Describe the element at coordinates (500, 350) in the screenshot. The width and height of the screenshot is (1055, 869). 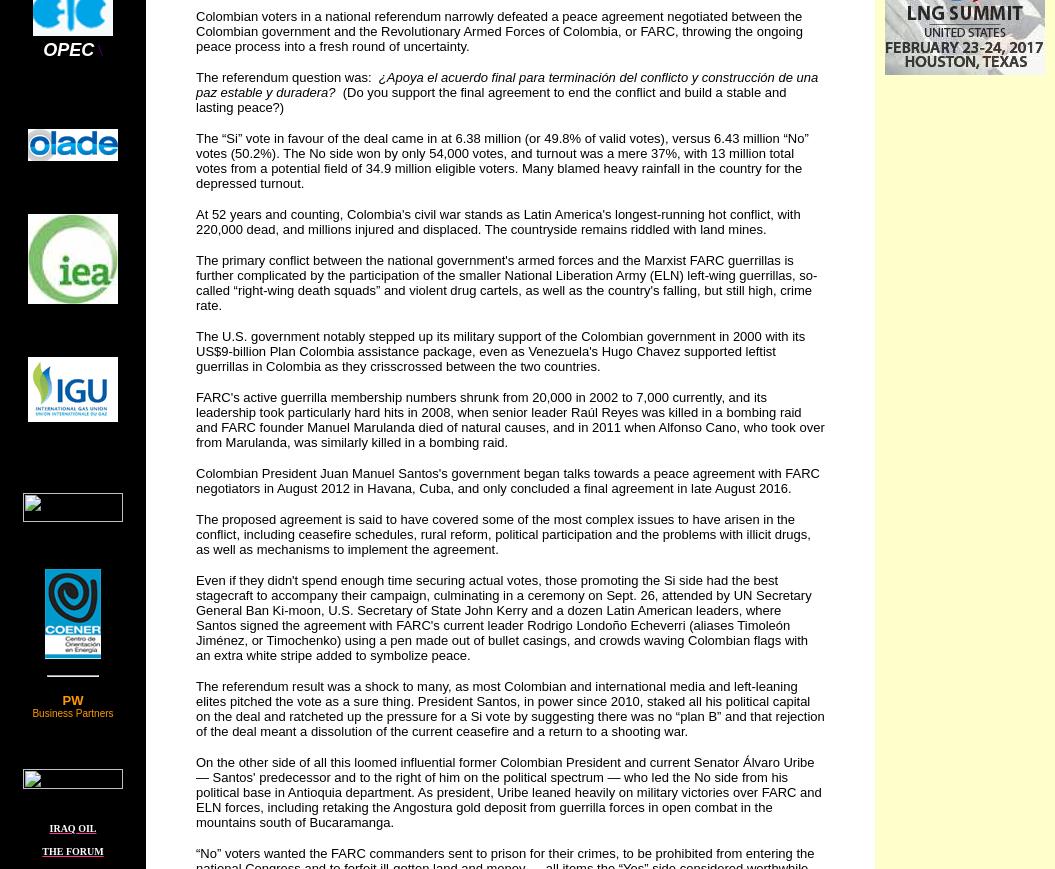
I see `'The U.S. government notably stepped up its military support of the Colombian government in 2000 with its US$9-billion Plan Colombia assistance package, even as Venezuela's Hugo Chavez supported leftist guerrillas in Colombia as they crisscrossed between the two countries.'` at that location.